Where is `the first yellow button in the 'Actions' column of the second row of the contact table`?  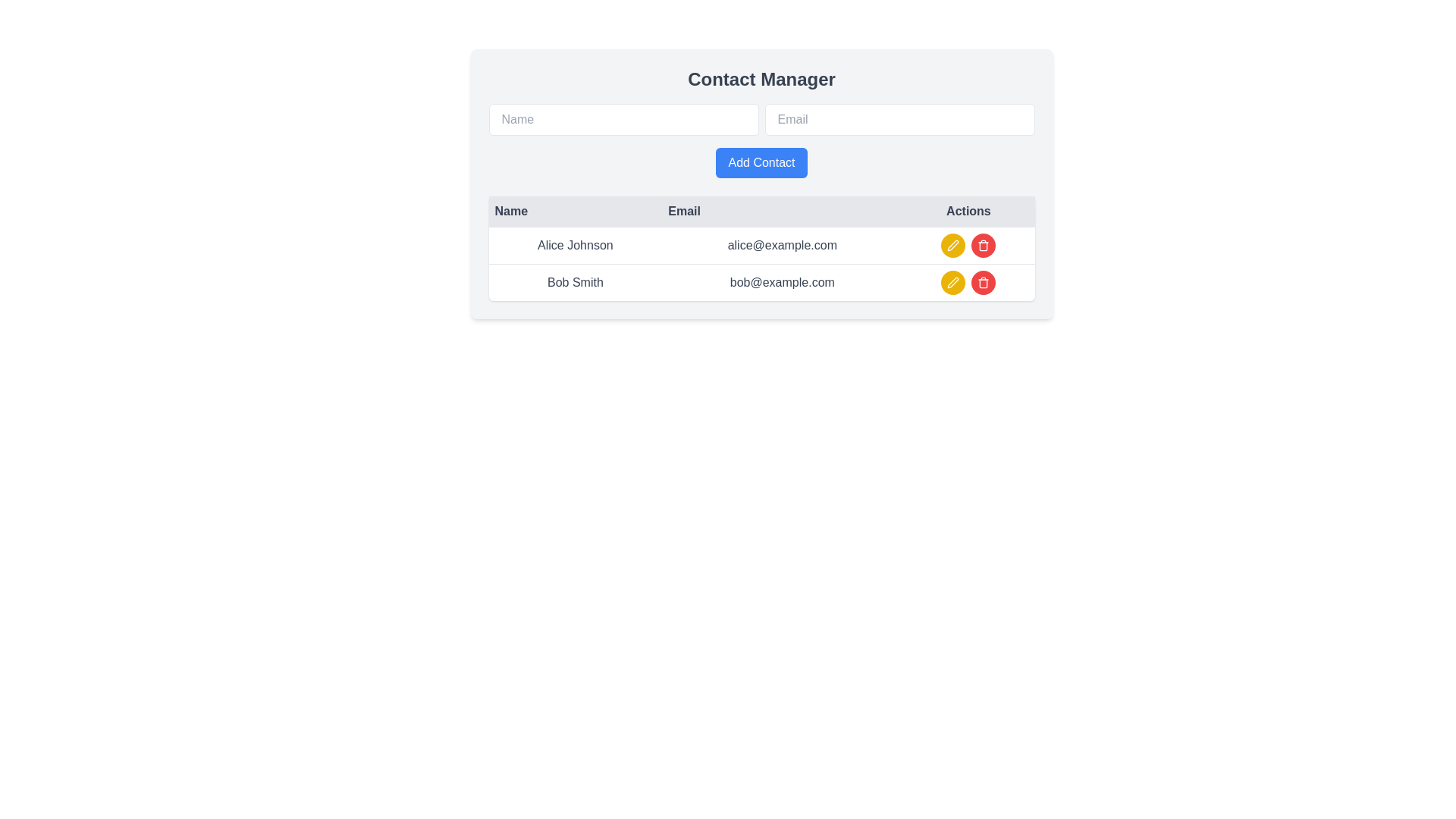 the first yellow button in the 'Actions' column of the second row of the contact table is located at coordinates (952, 283).